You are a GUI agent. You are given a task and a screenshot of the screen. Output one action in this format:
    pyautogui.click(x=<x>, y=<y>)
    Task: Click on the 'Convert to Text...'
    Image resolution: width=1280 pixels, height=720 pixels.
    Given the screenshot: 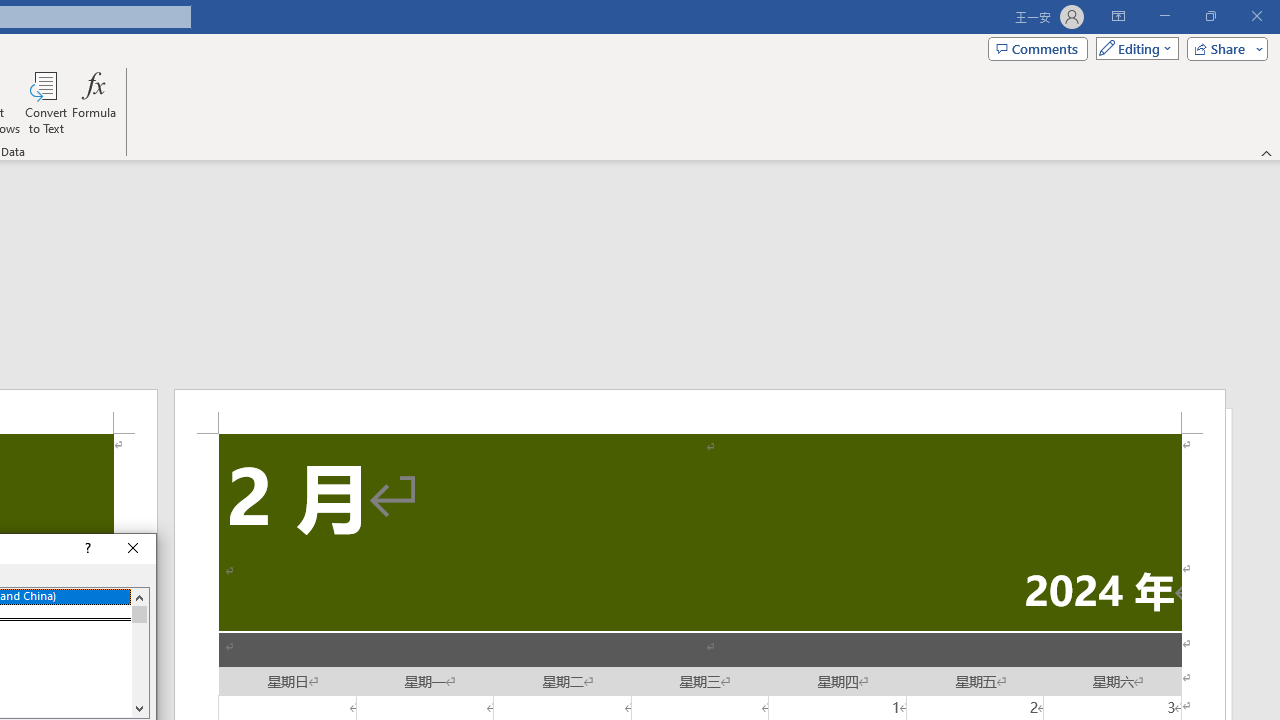 What is the action you would take?
    pyautogui.click(x=46, y=103)
    